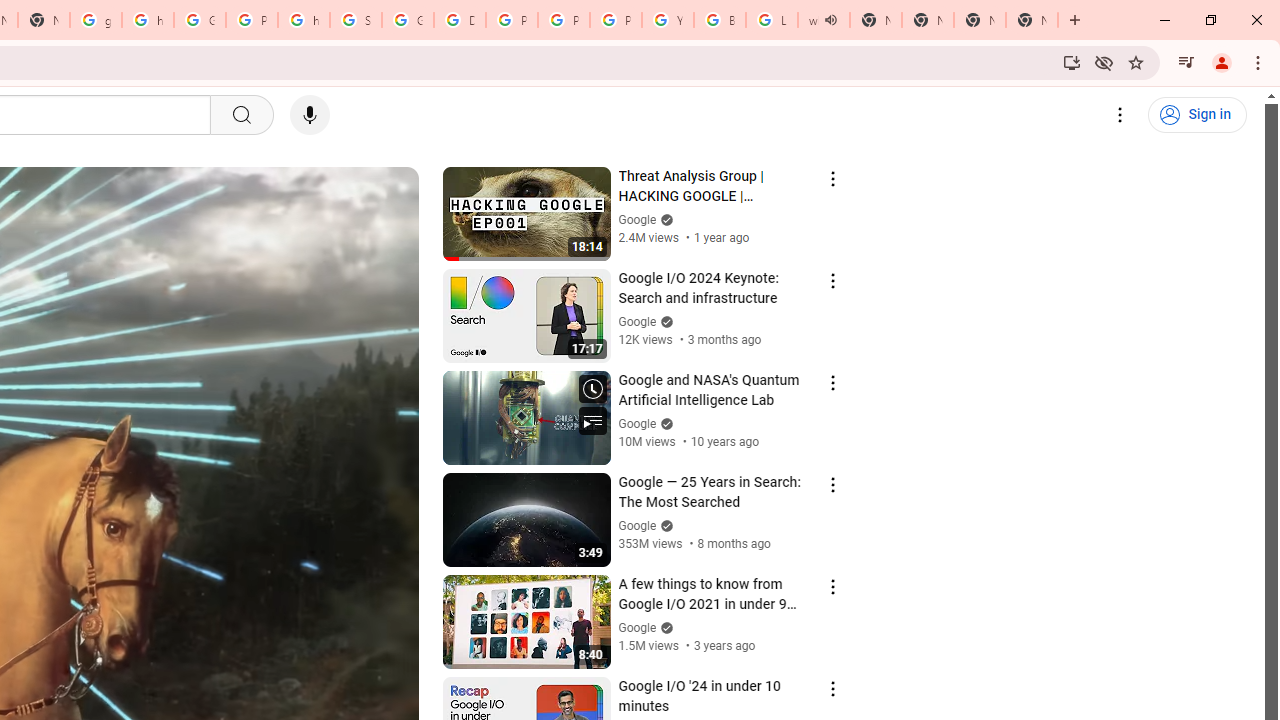 The image size is (1280, 720). What do you see at coordinates (1185, 61) in the screenshot?
I see `'Control your music, videos, and more'` at bounding box center [1185, 61].